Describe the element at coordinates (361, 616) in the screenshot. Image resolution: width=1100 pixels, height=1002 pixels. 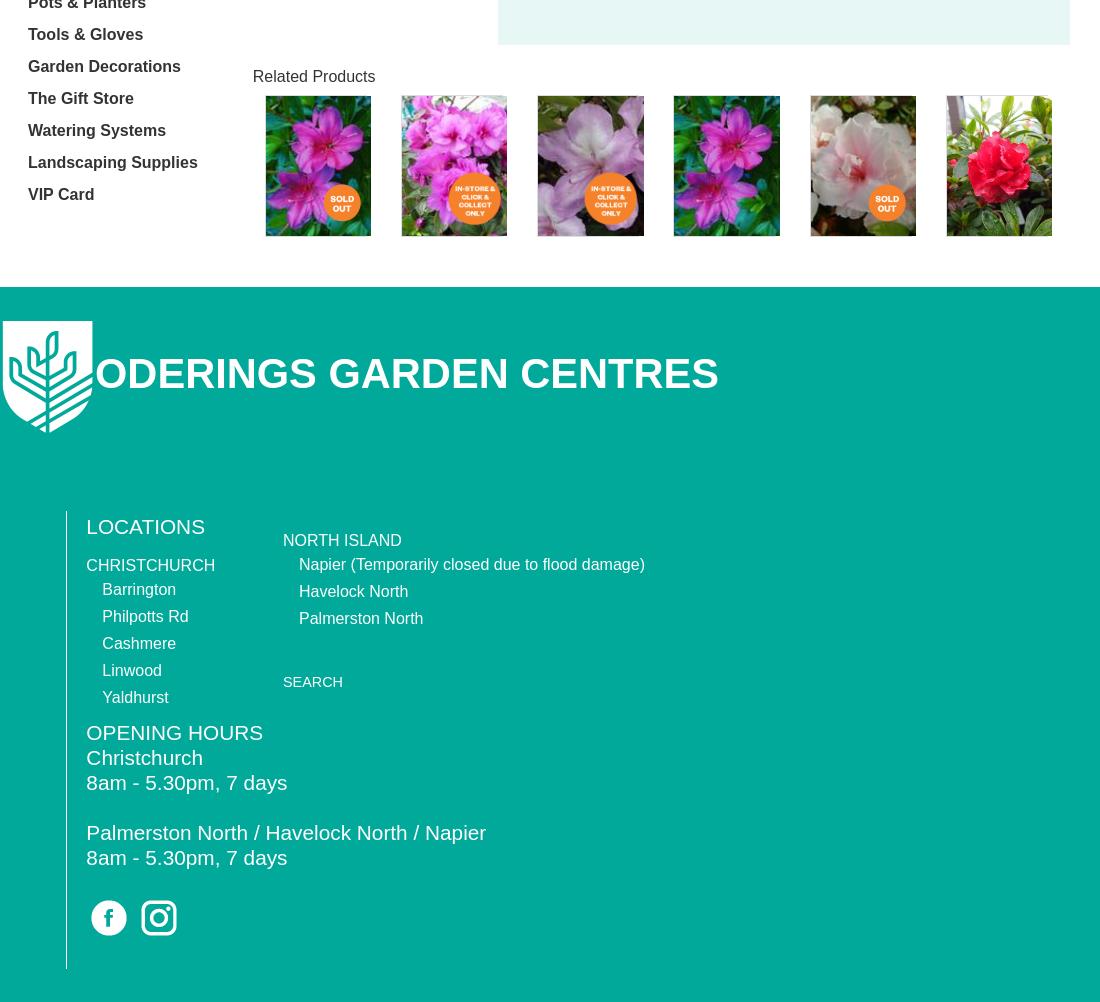
I see `'Palmerston North'` at that location.